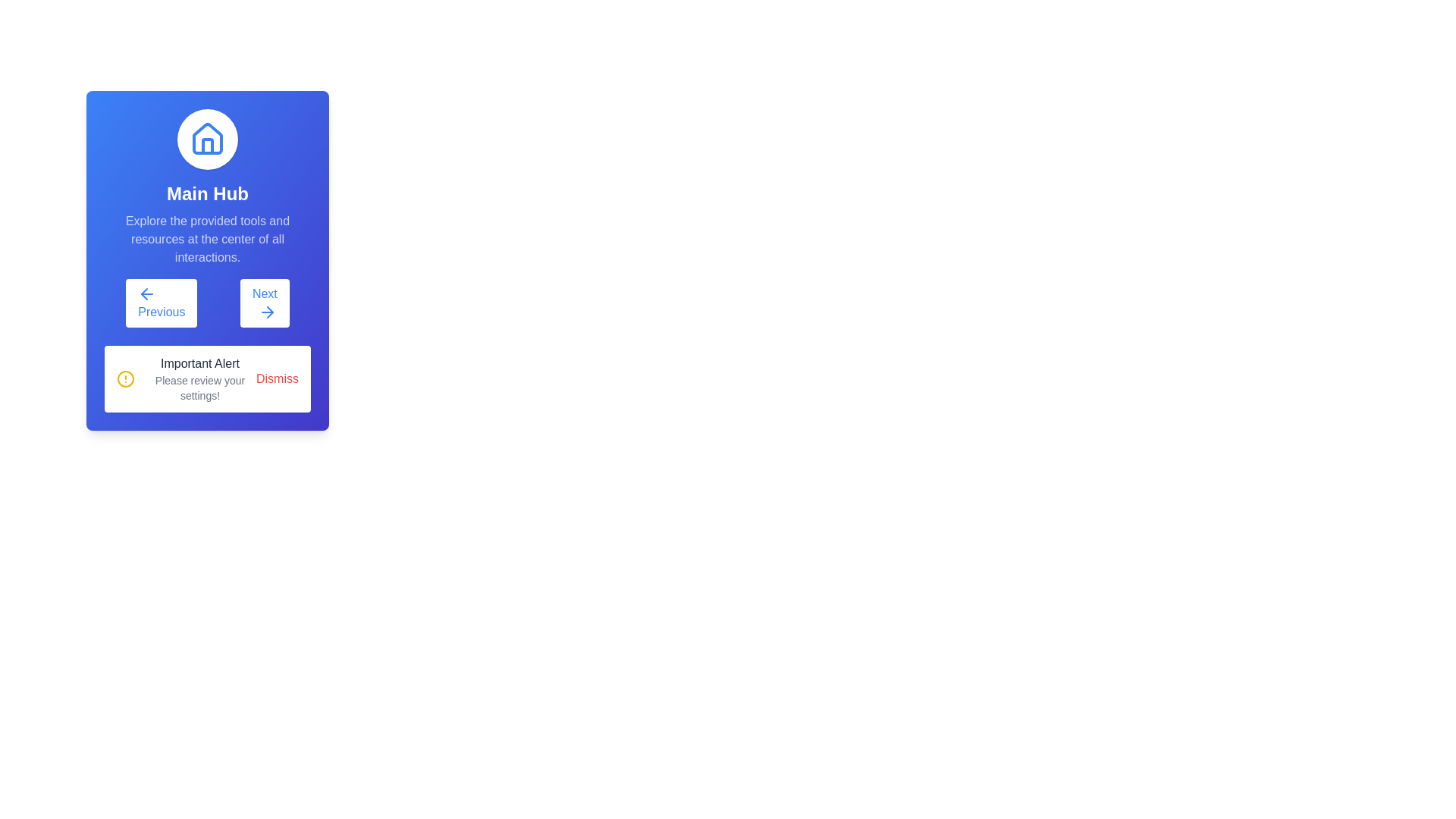 The height and width of the screenshot is (819, 1456). I want to click on the navigation button labeled 'Previous' which has a white background, rounded corners, and a blue arrow followed by the text 'Previous', so click(162, 303).